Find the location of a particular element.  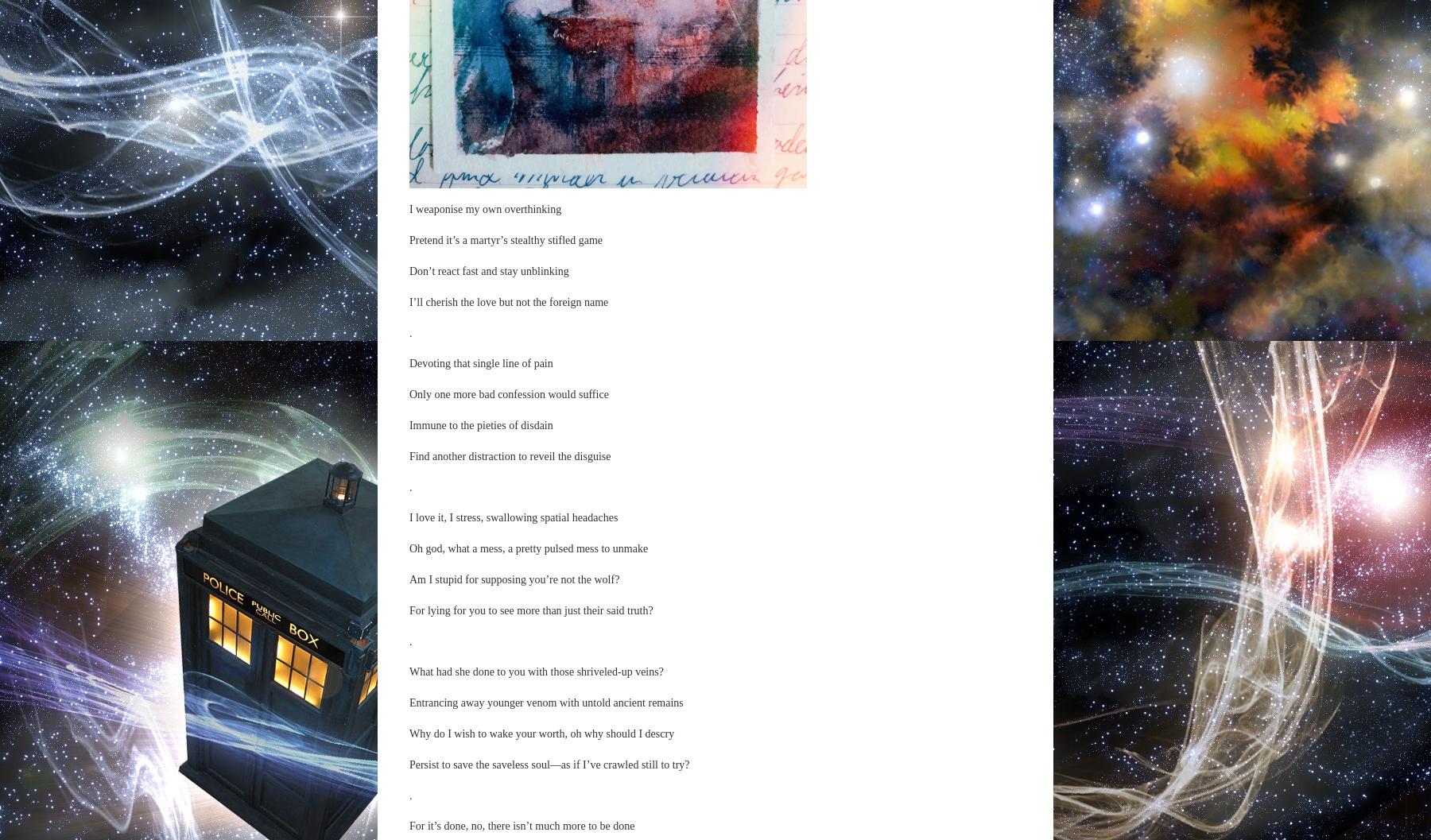

'Find another distraction to reveil the disguise' is located at coordinates (509, 455).